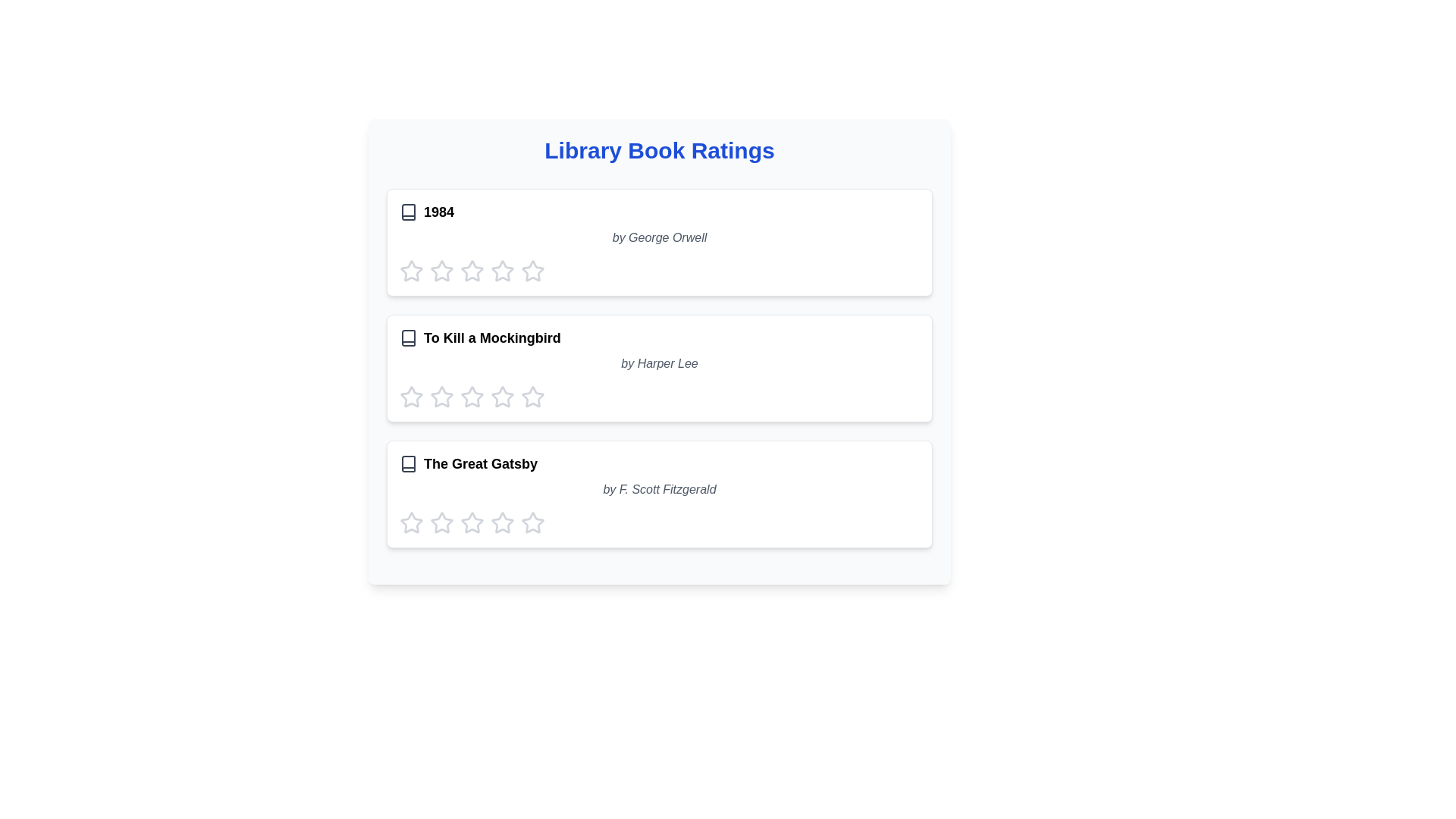  I want to click on the second star in the rating row for 'To Kill a Mockingbird', so click(472, 396).